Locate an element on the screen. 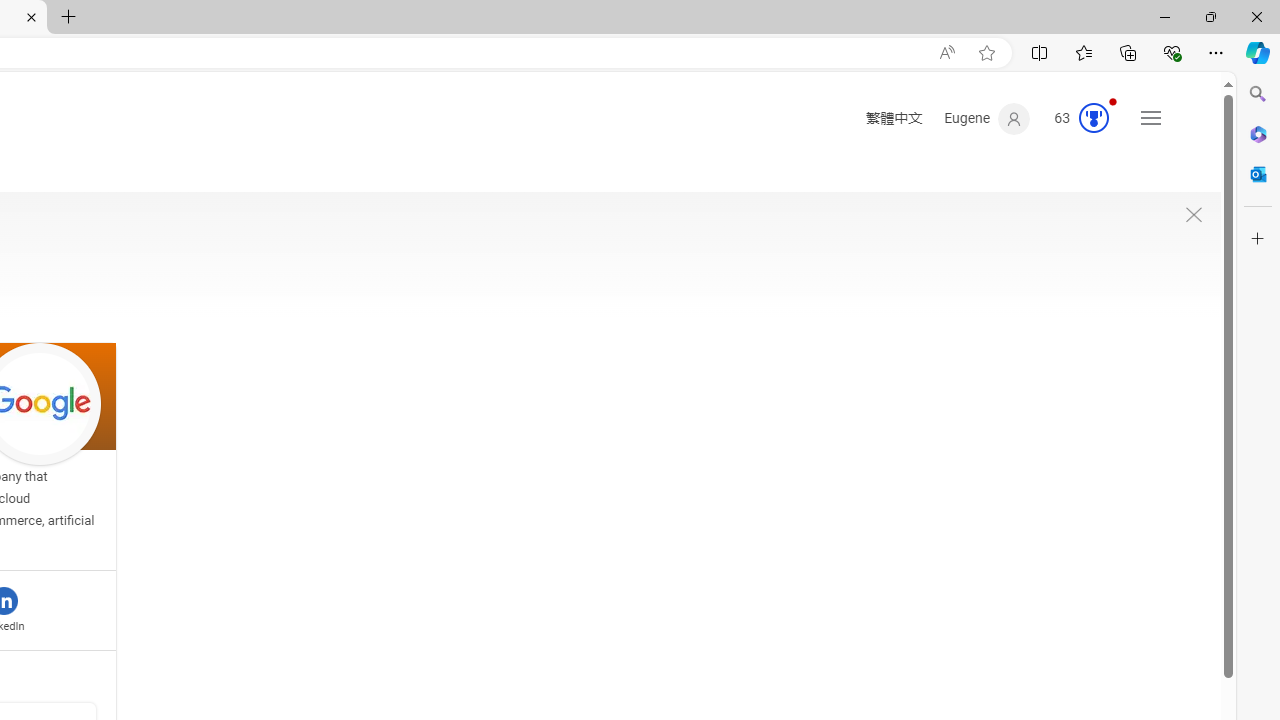 Image resolution: width=1280 pixels, height=720 pixels. 'AutomationID: serp_medal_svg' is located at coordinates (1092, 118).